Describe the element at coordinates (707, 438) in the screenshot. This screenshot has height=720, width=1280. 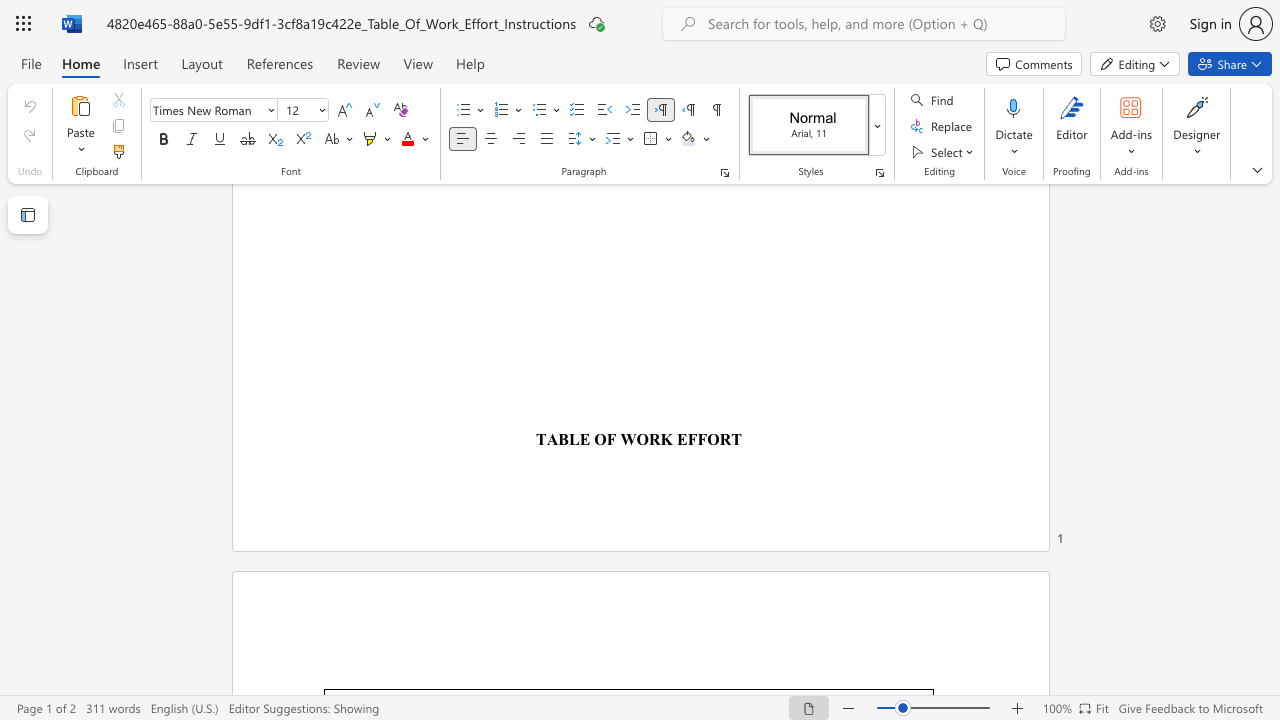
I see `the space between the continuous character "F" and "O" in the text` at that location.